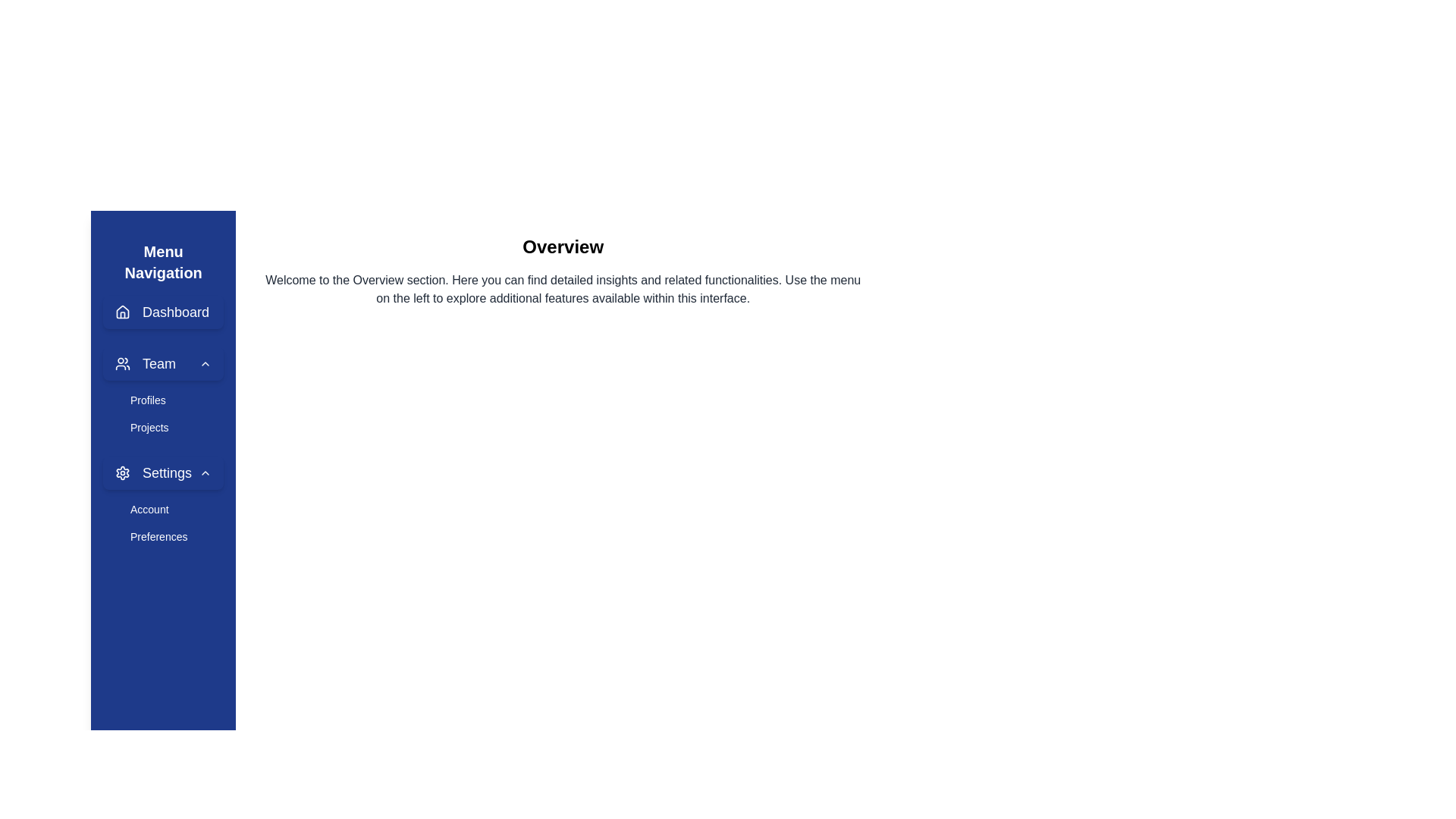 The width and height of the screenshot is (1456, 819). What do you see at coordinates (172, 536) in the screenshot?
I see `the 'Preferences' navigation link, which is styled in white text on a blue background, located under the 'Account' subsection in the Settings section of the vertical navigation menu` at bounding box center [172, 536].